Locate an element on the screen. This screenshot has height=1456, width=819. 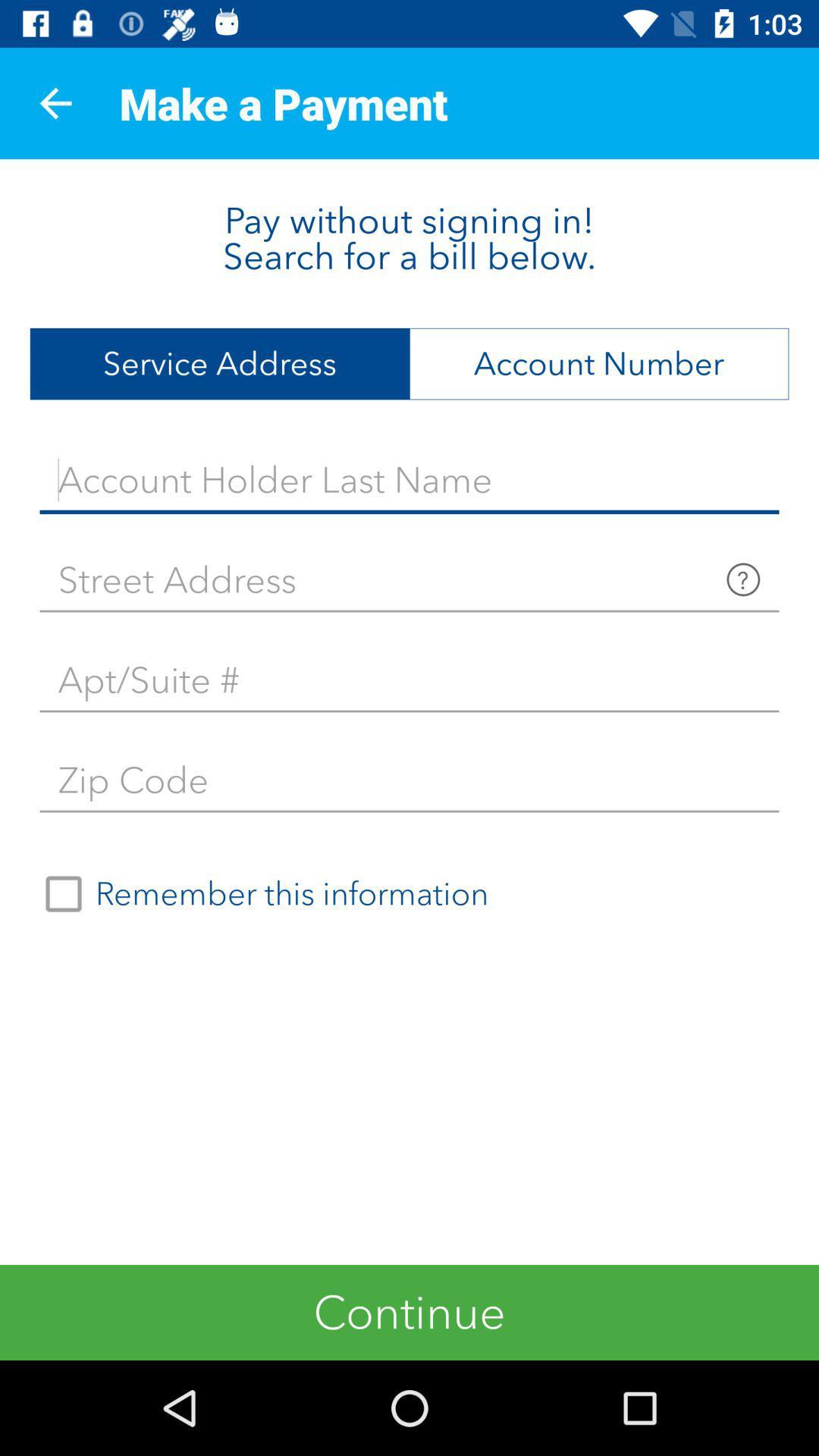
icon next to the account number icon is located at coordinates (219, 364).